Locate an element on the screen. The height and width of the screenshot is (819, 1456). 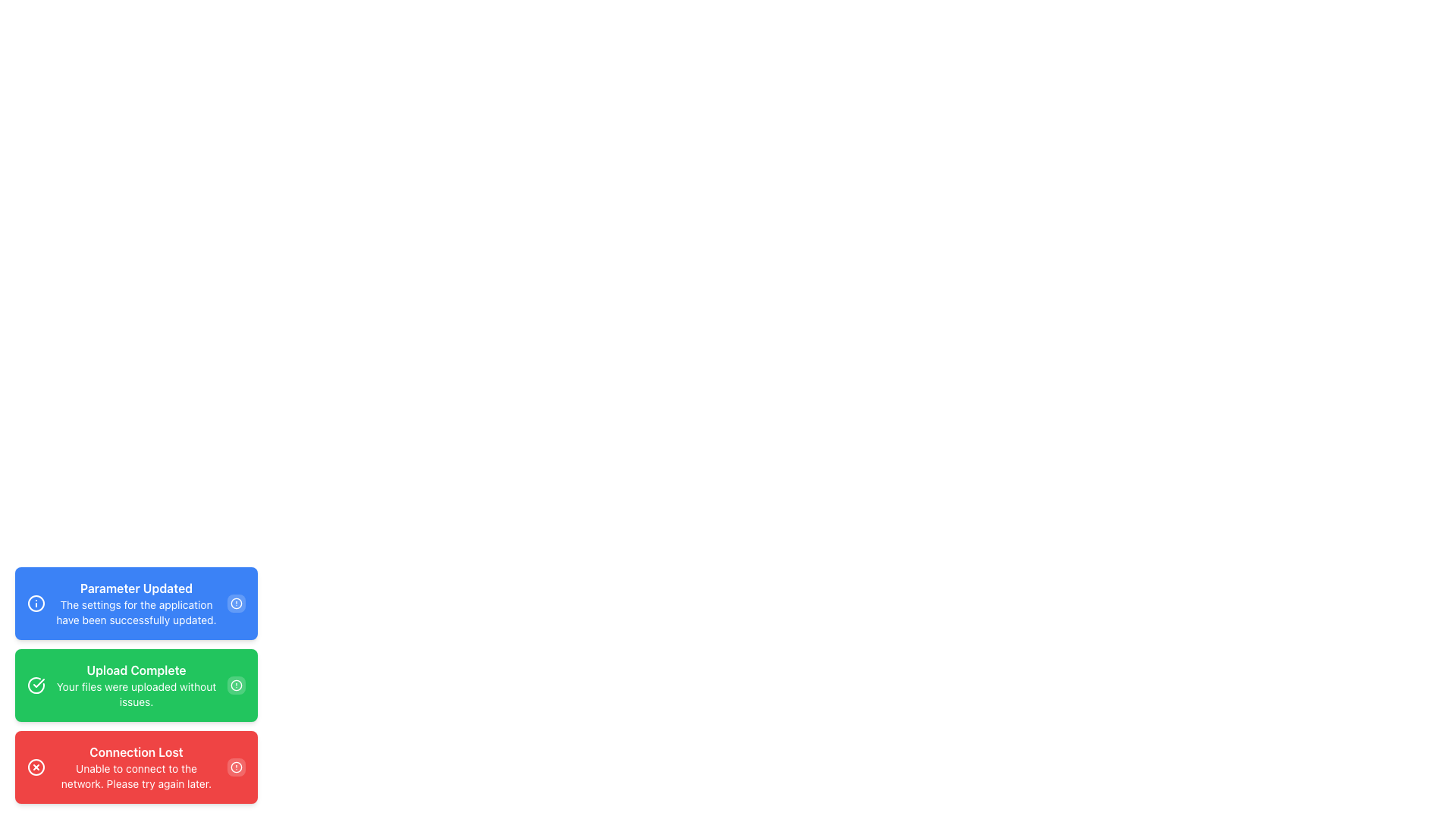
the Notification Banner, which is the topmost notification box indicating that application settings have been successfully updated is located at coordinates (136, 602).